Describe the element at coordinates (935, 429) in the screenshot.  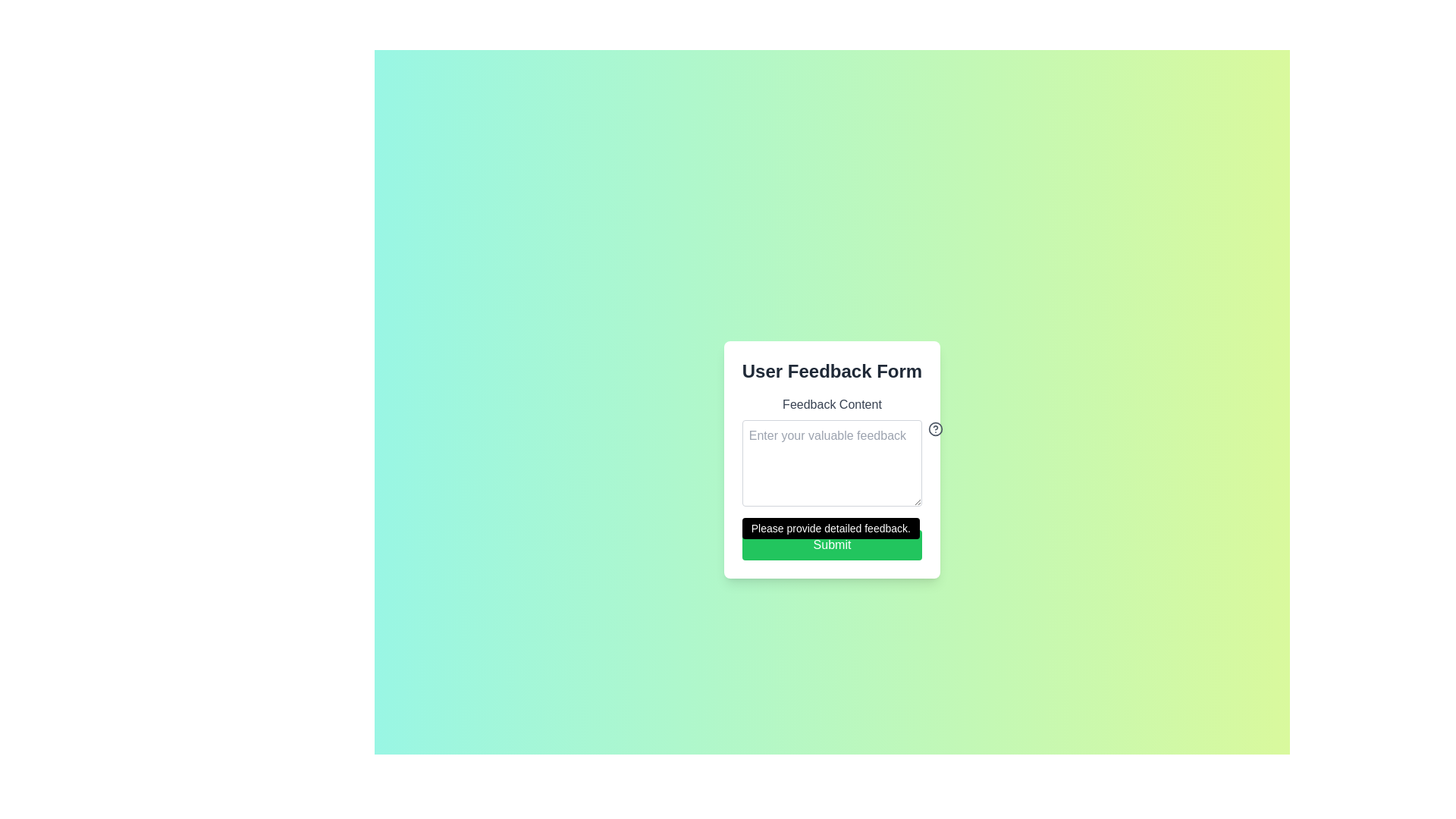
I see `the circular portion of the inline help icon located to the right of the input field in the feedback form` at that location.